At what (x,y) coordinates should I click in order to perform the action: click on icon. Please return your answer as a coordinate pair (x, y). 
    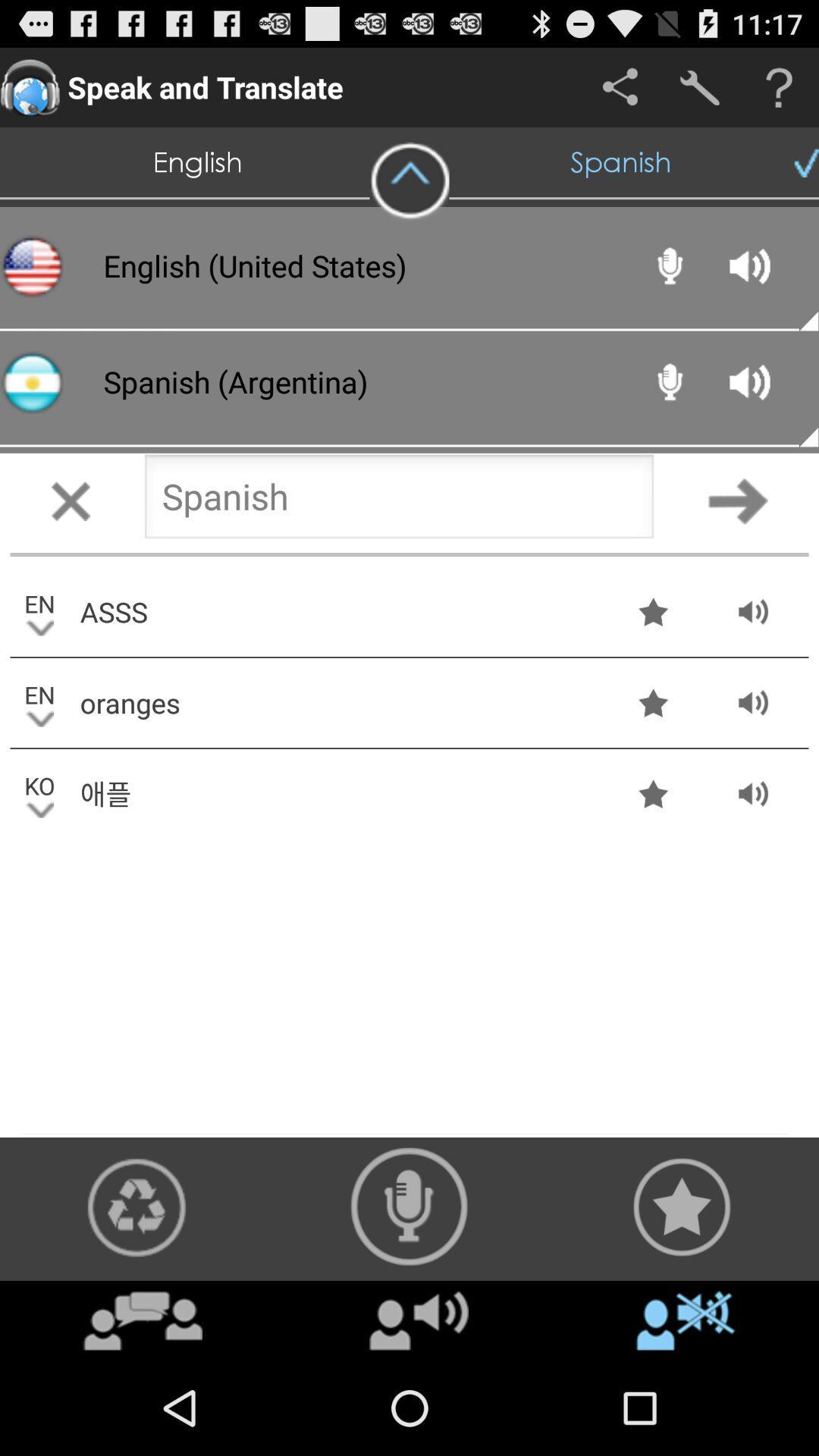
    Looking at the image, I should click on (143, 1319).